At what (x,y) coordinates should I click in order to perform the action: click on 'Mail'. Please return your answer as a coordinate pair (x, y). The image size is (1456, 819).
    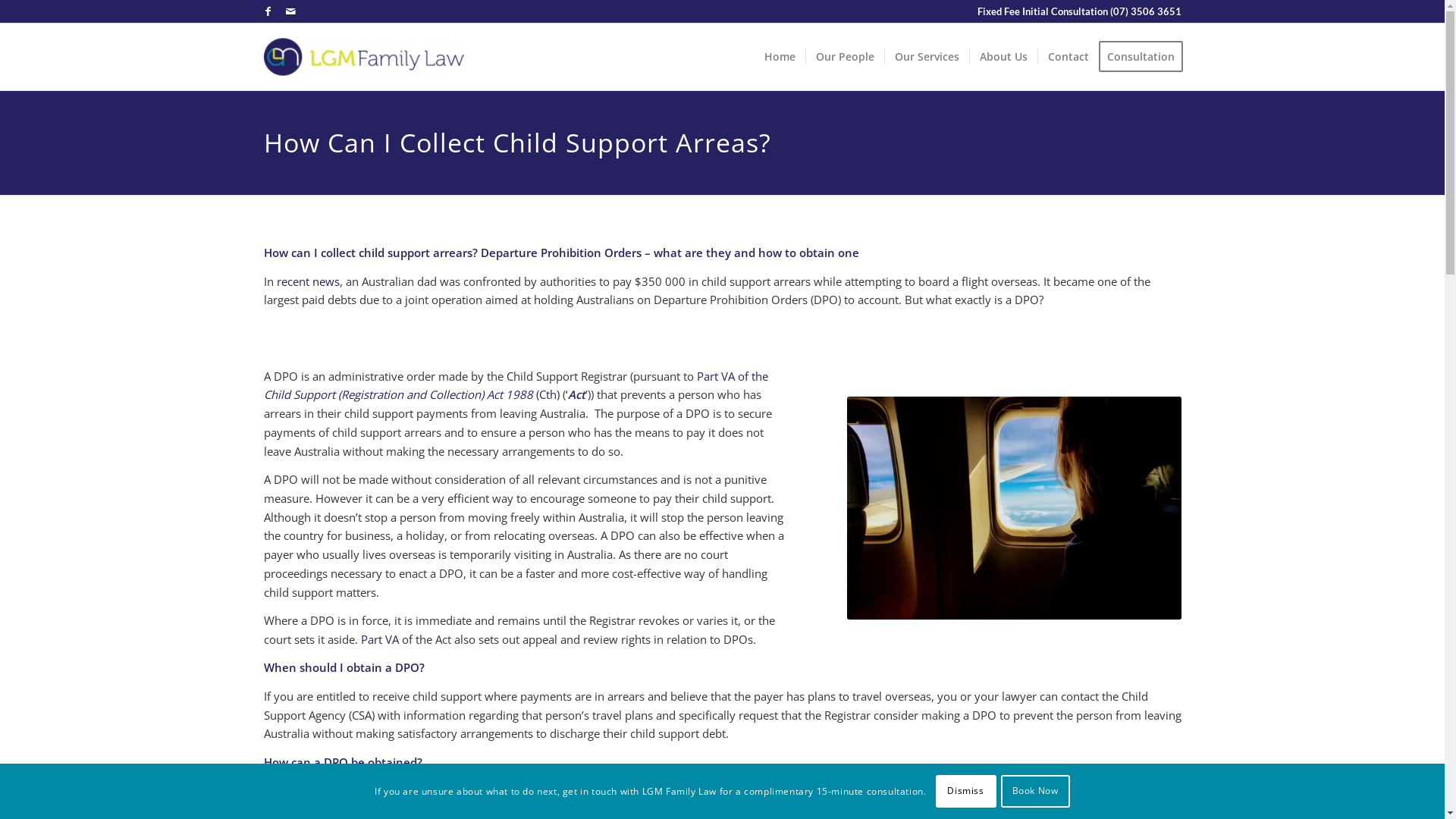
    Looking at the image, I should click on (279, 11).